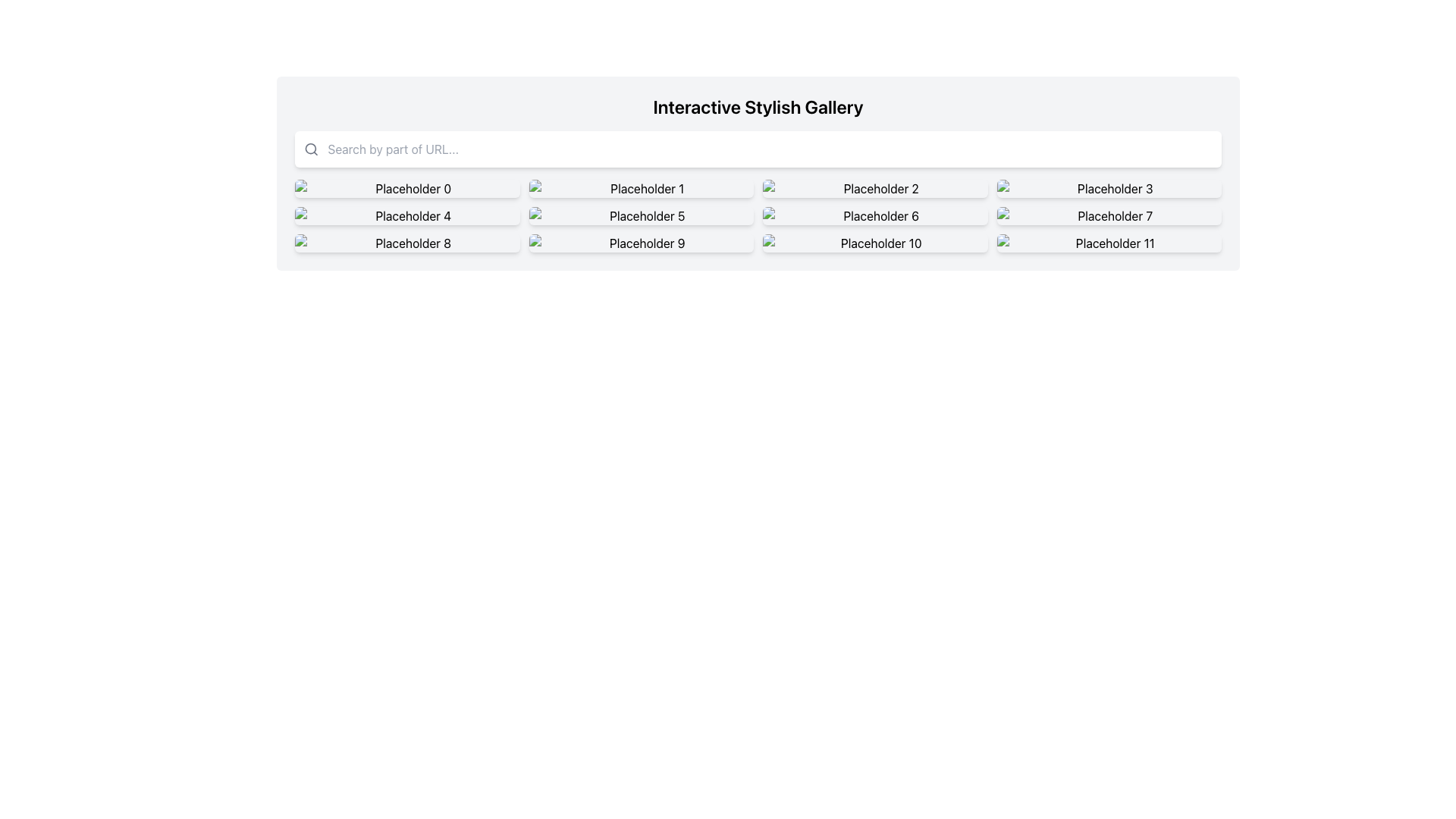 The image size is (1456, 819). Describe the element at coordinates (1109, 188) in the screenshot. I see `the gallery item in the top row, fourth column` at that location.